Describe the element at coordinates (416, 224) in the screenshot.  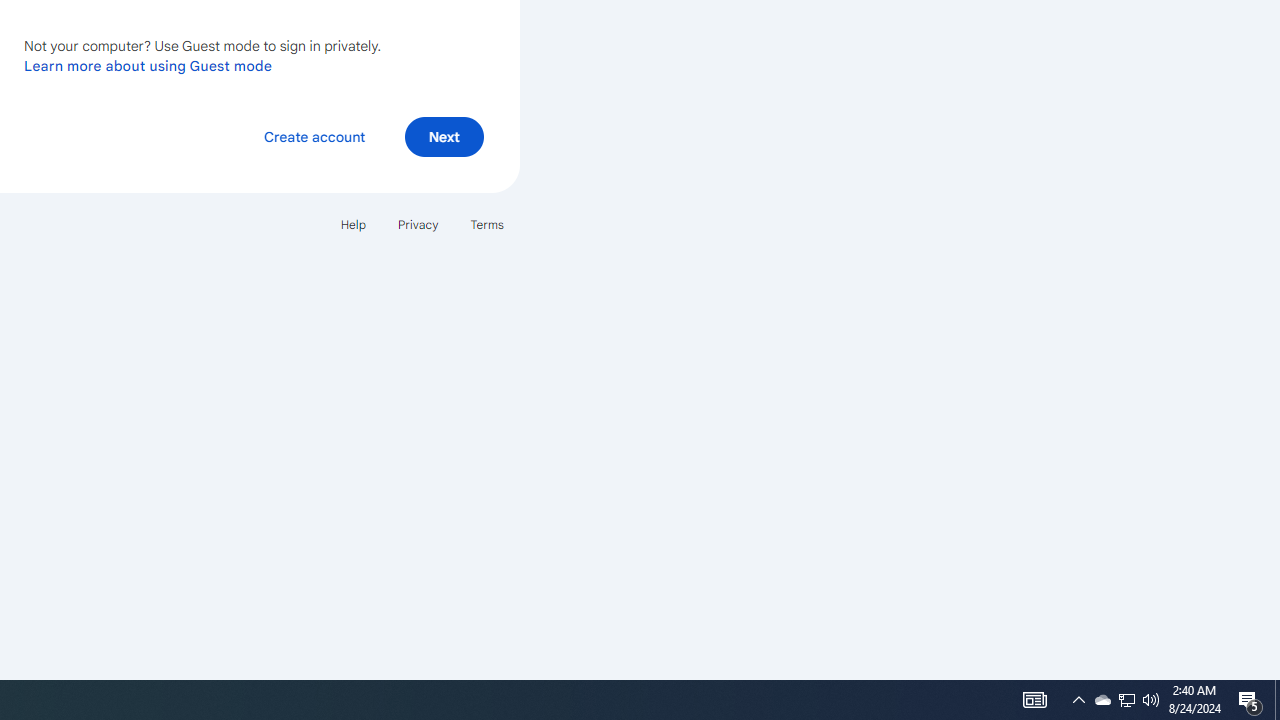
I see `'Privacy'` at that location.